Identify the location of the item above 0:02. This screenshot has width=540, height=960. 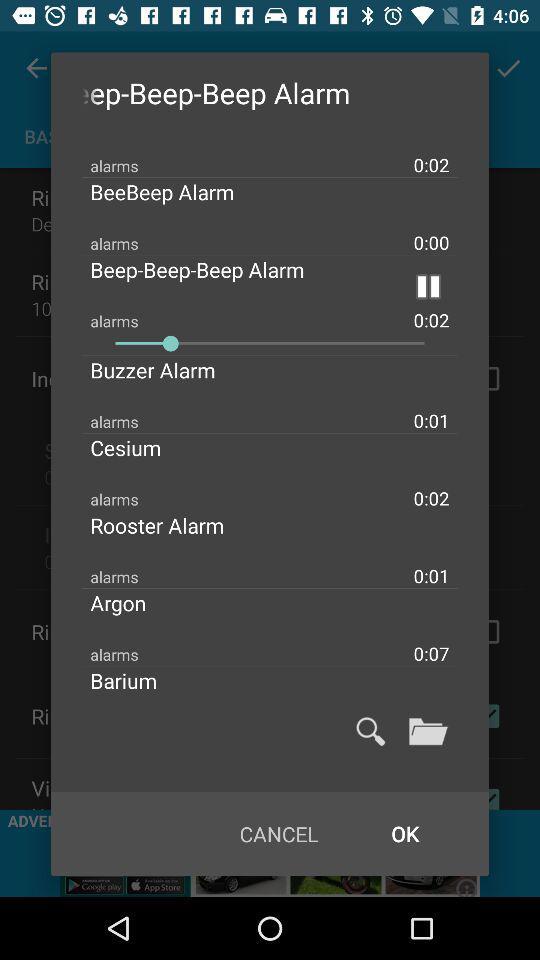
(427, 285).